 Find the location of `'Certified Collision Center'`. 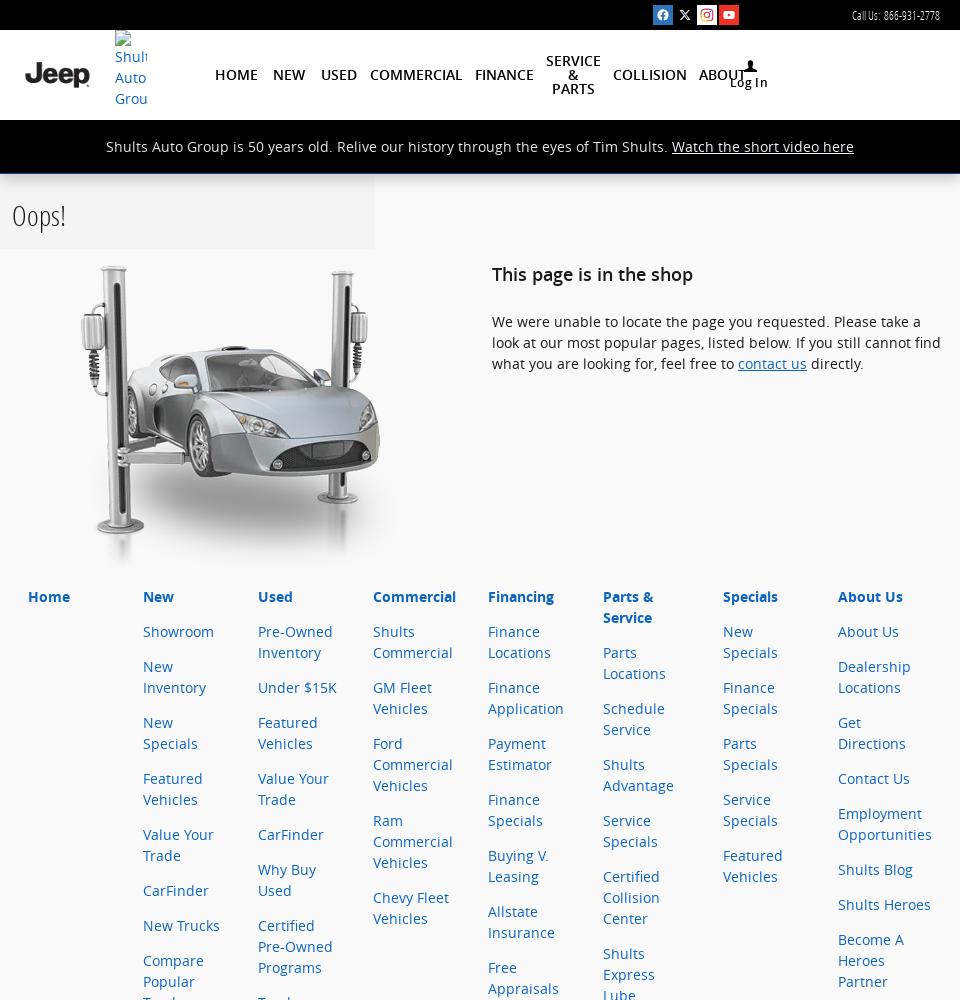

'Certified Collision Center' is located at coordinates (630, 897).